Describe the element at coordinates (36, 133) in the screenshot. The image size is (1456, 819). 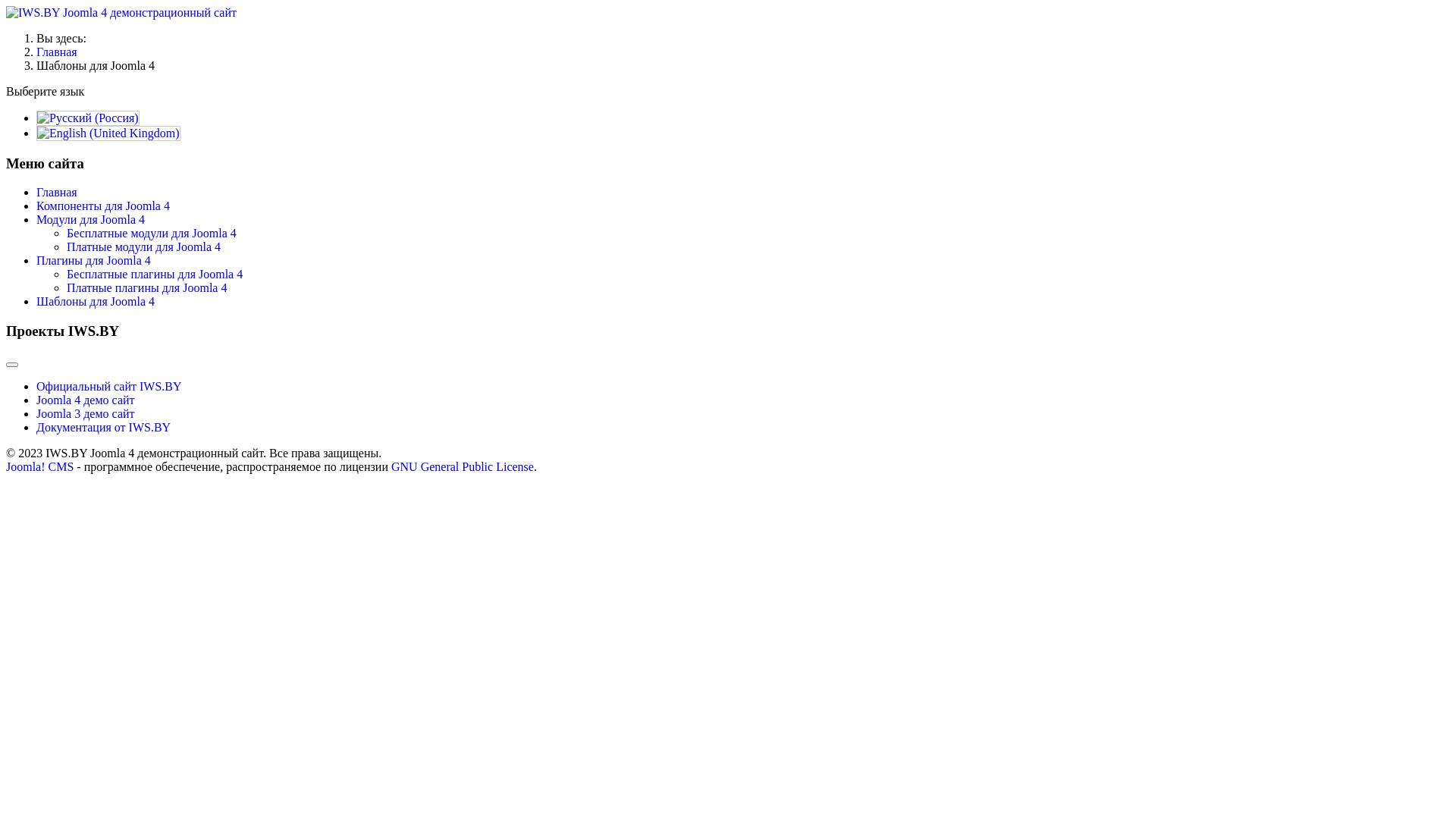
I see `'English (United Kingdom)'` at that location.